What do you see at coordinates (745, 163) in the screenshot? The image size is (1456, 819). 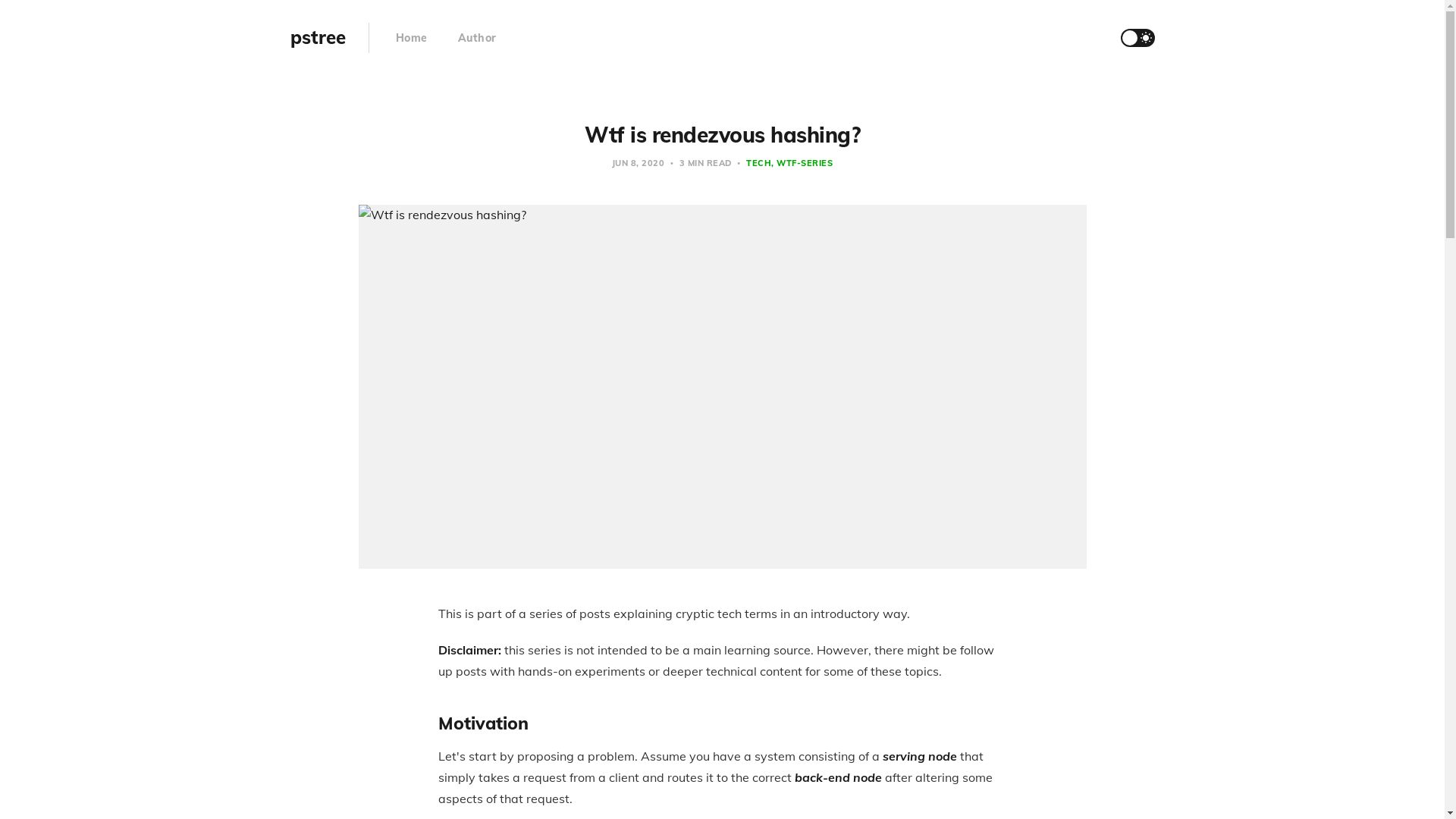 I see `'TECH'` at bounding box center [745, 163].